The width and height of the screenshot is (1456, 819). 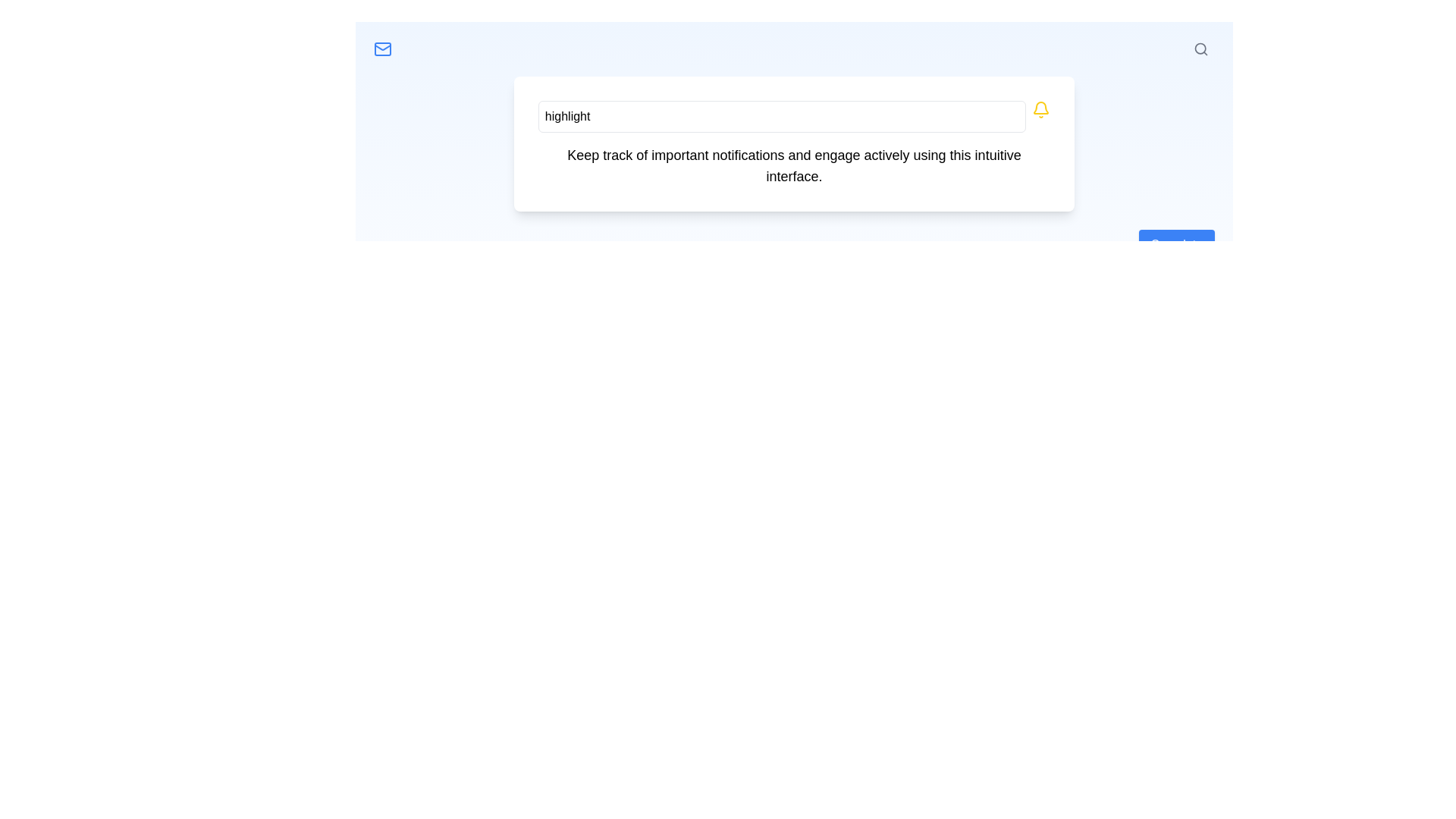 What do you see at coordinates (1040, 109) in the screenshot?
I see `the bell icon located to the immediate right of the text input field with placeholder text 'Enter text to highlight'` at bounding box center [1040, 109].